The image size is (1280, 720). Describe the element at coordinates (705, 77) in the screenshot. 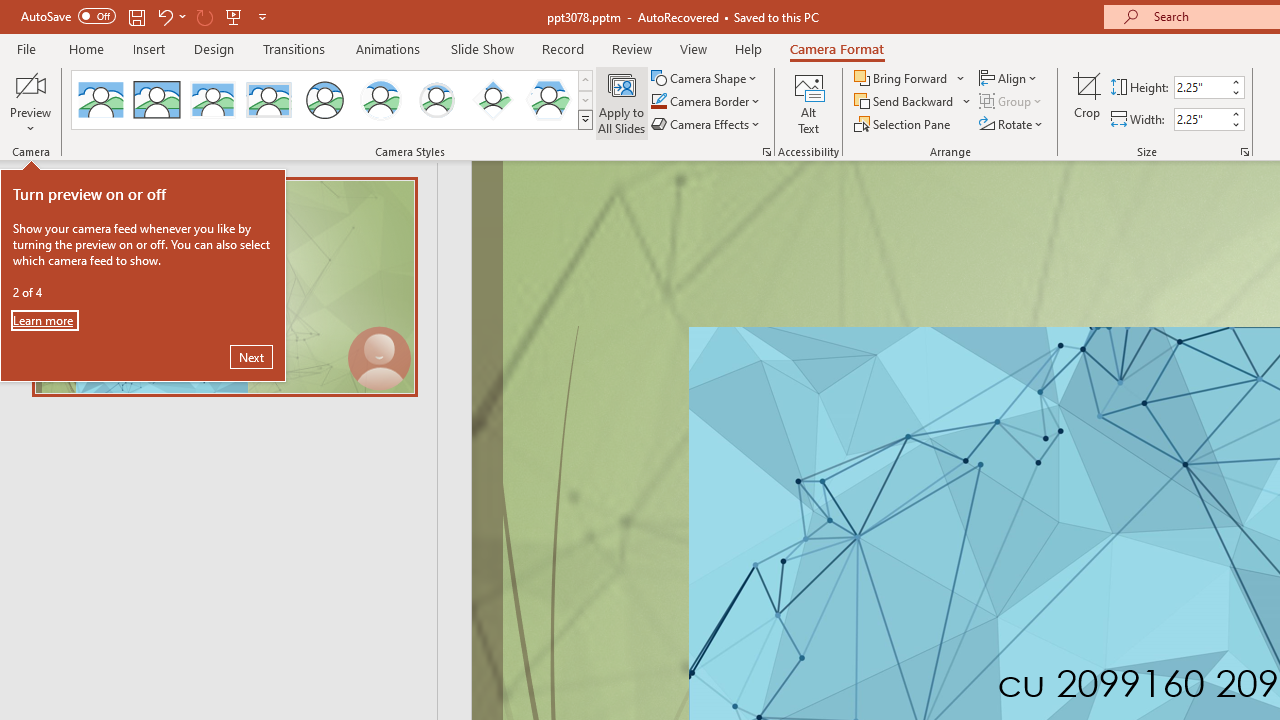

I see `'Camera Shape'` at that location.